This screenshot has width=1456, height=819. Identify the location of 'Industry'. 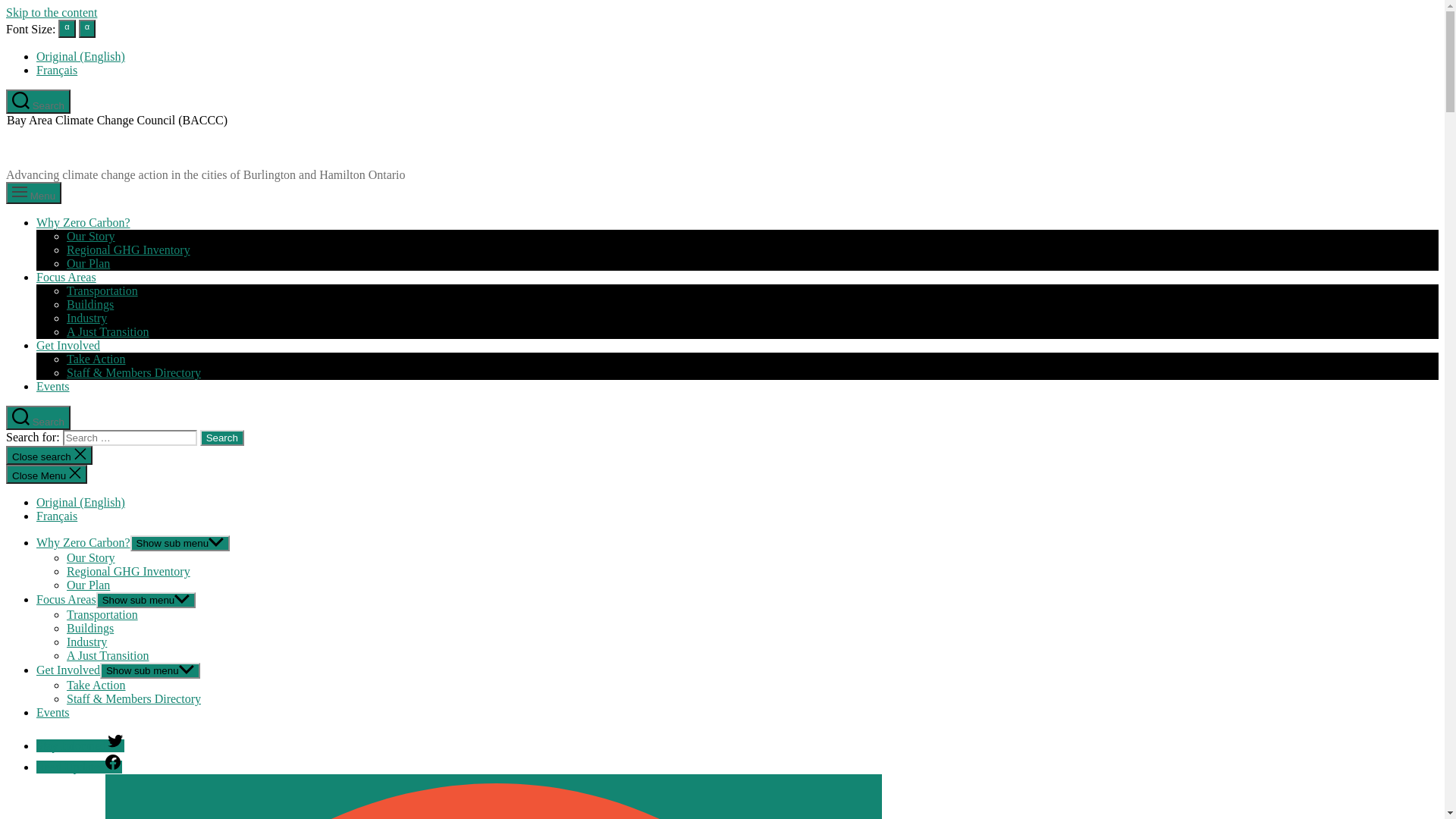
(65, 642).